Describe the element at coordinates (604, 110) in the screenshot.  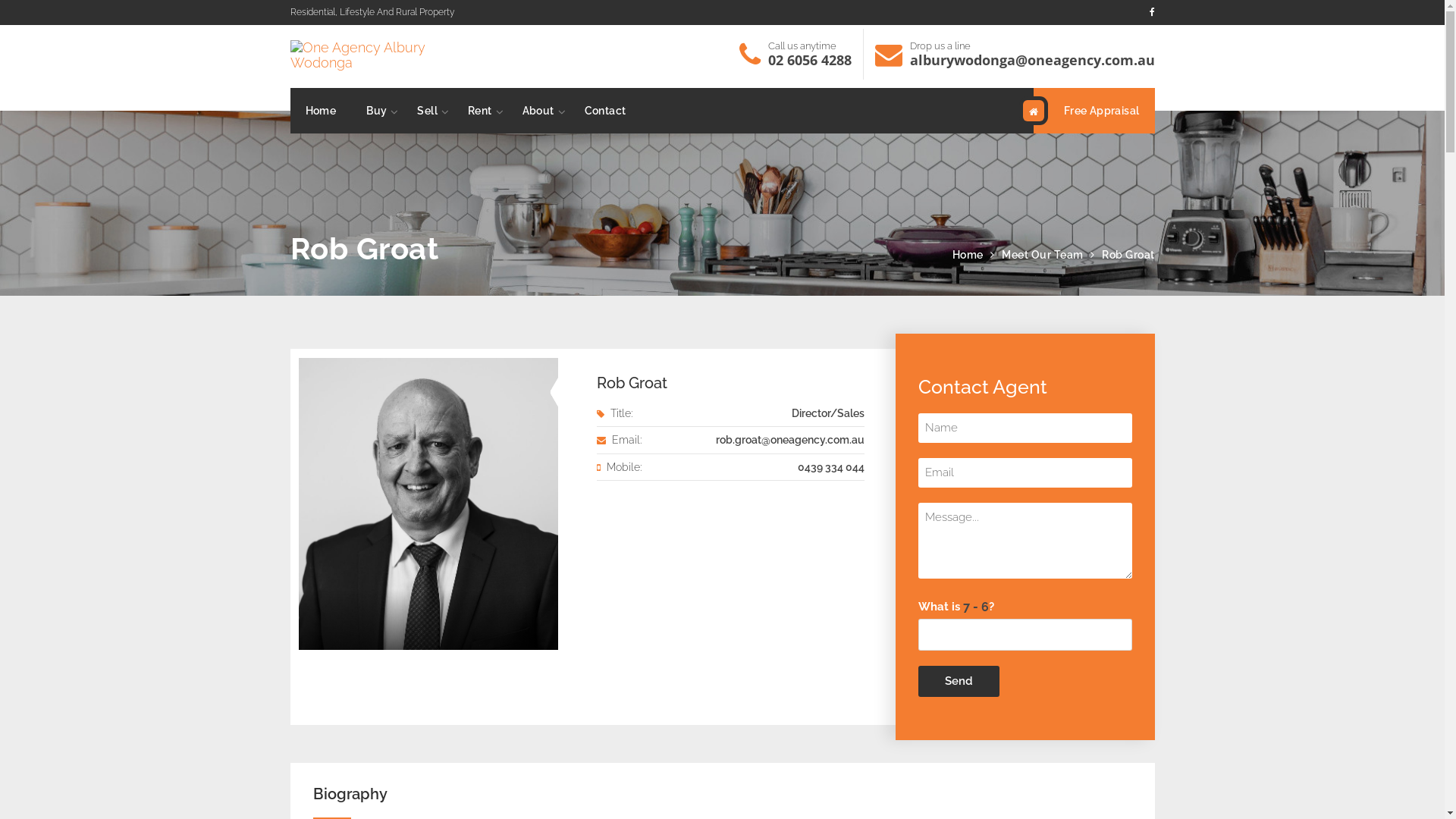
I see `'Contact'` at that location.